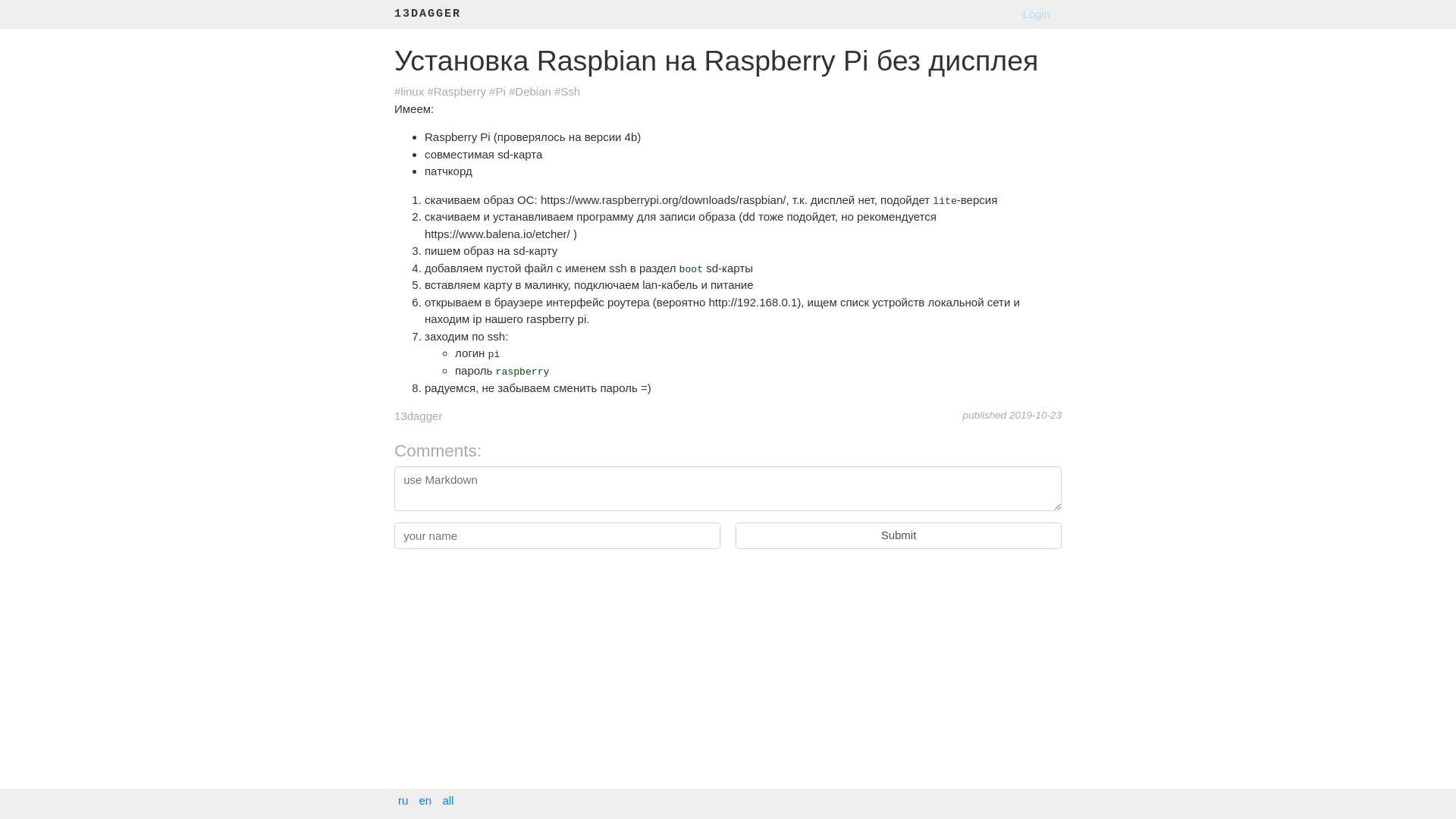 The height and width of the screenshot is (819, 1456). I want to click on '13DAGGER', so click(426, 14).